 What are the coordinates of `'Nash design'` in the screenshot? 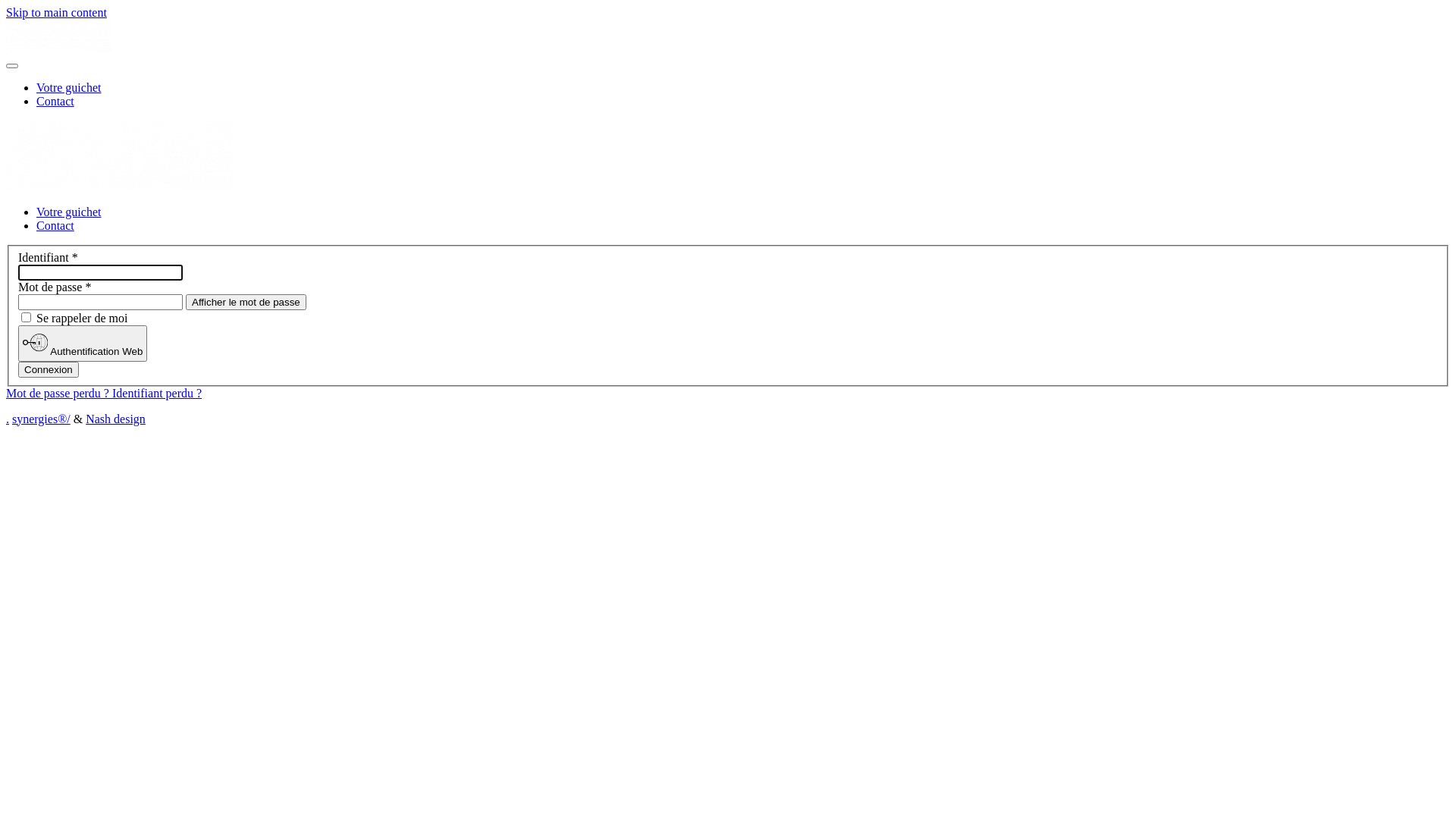 It's located at (115, 419).